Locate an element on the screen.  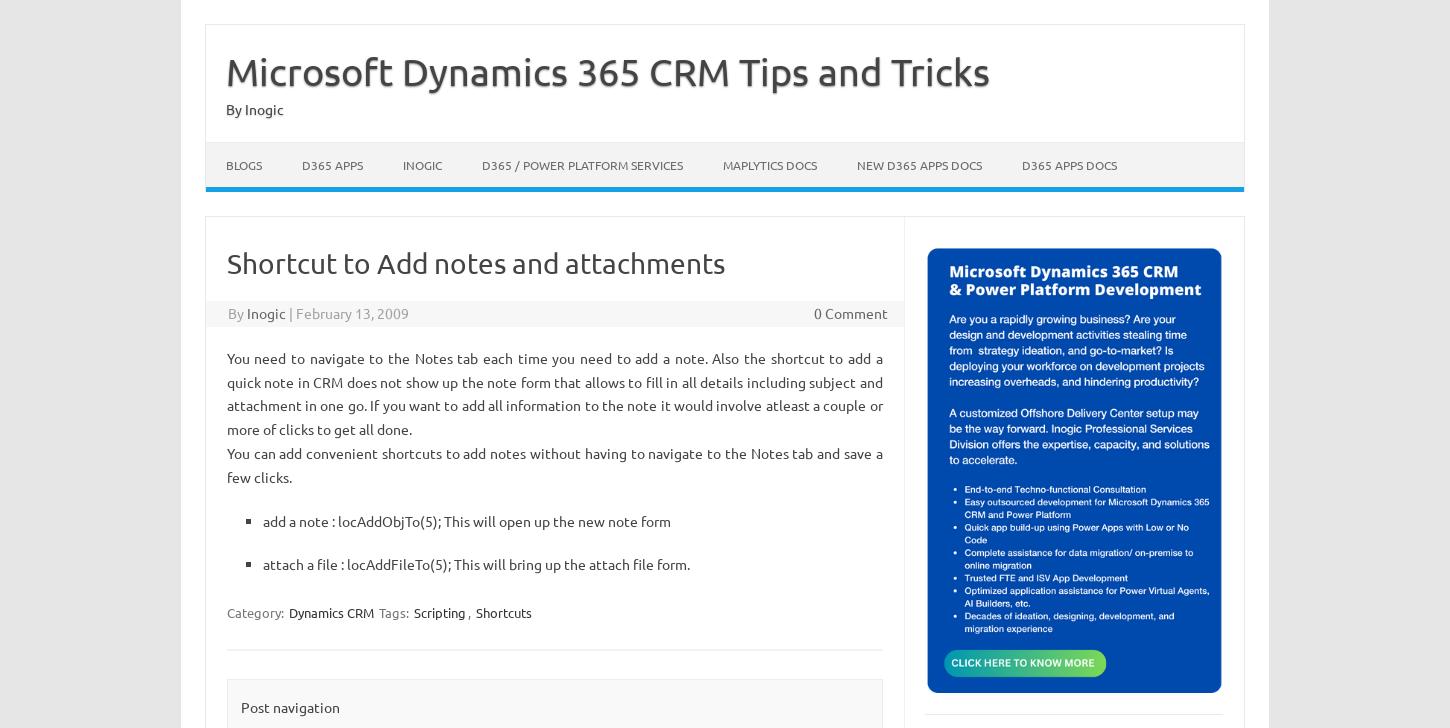
'February 13, 2009' is located at coordinates (352, 312).